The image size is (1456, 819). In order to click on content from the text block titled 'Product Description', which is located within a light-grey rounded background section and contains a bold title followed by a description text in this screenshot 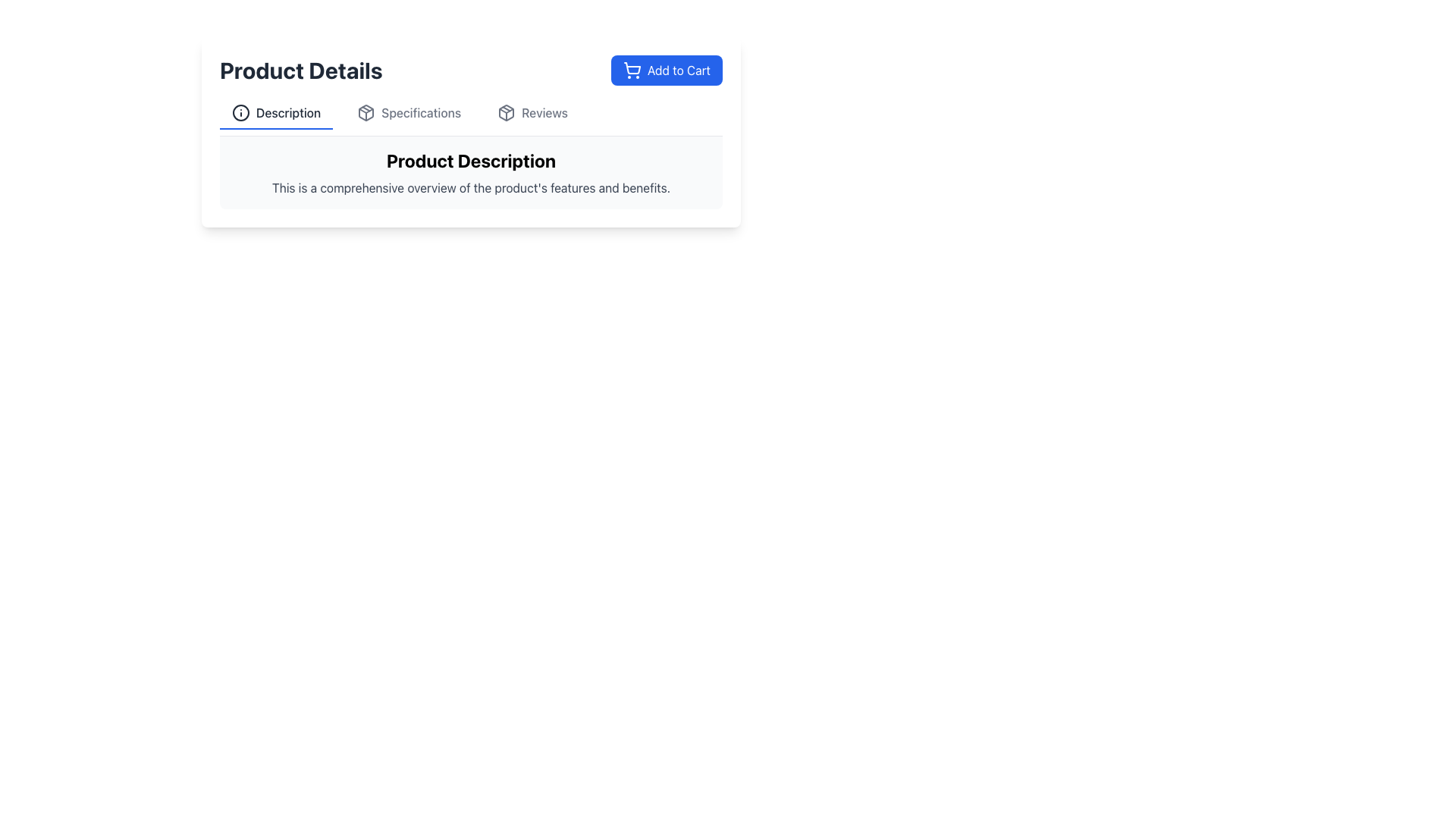, I will do `click(470, 171)`.